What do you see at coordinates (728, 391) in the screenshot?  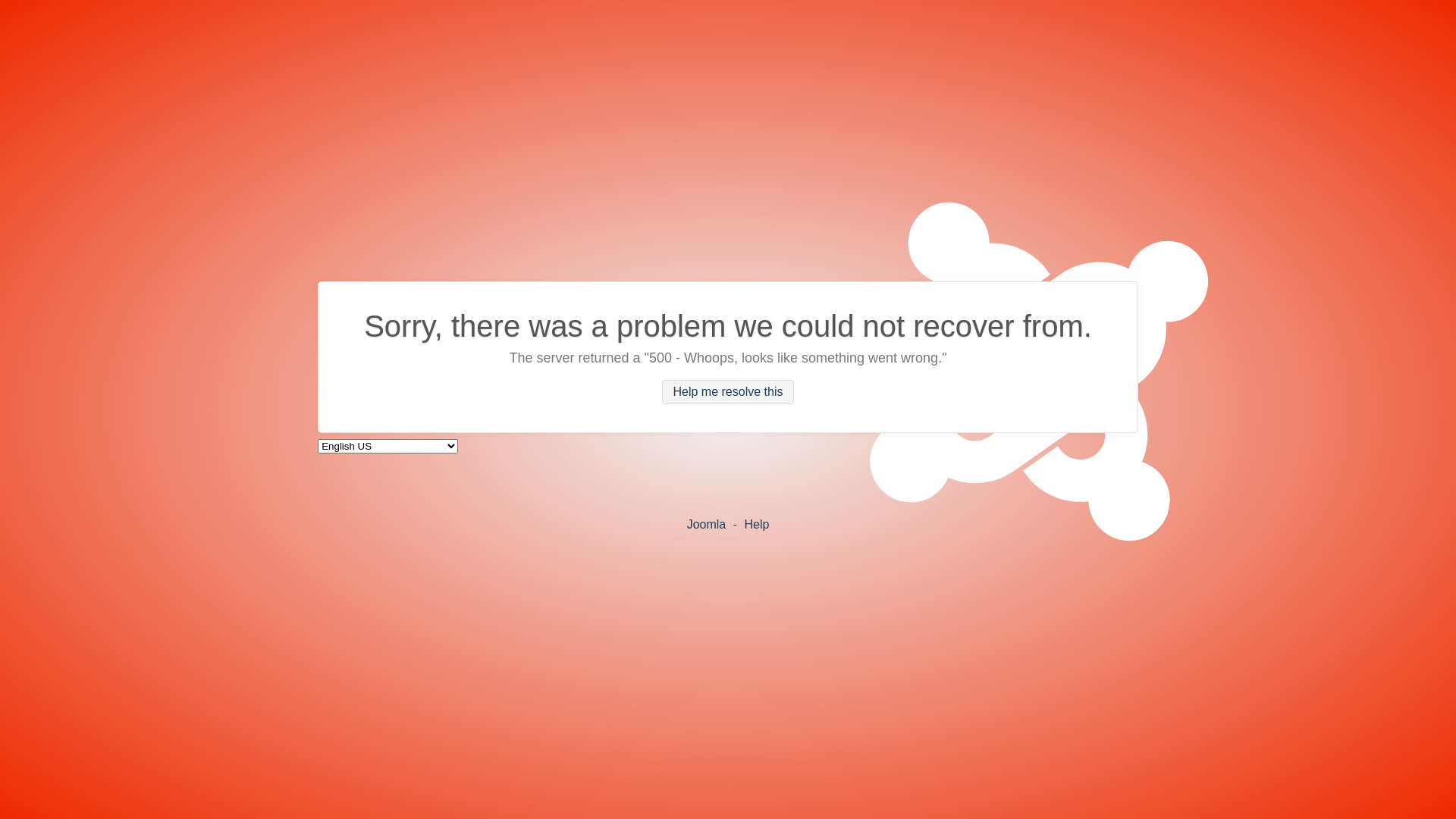 I see `'Help me resolve this'` at bounding box center [728, 391].